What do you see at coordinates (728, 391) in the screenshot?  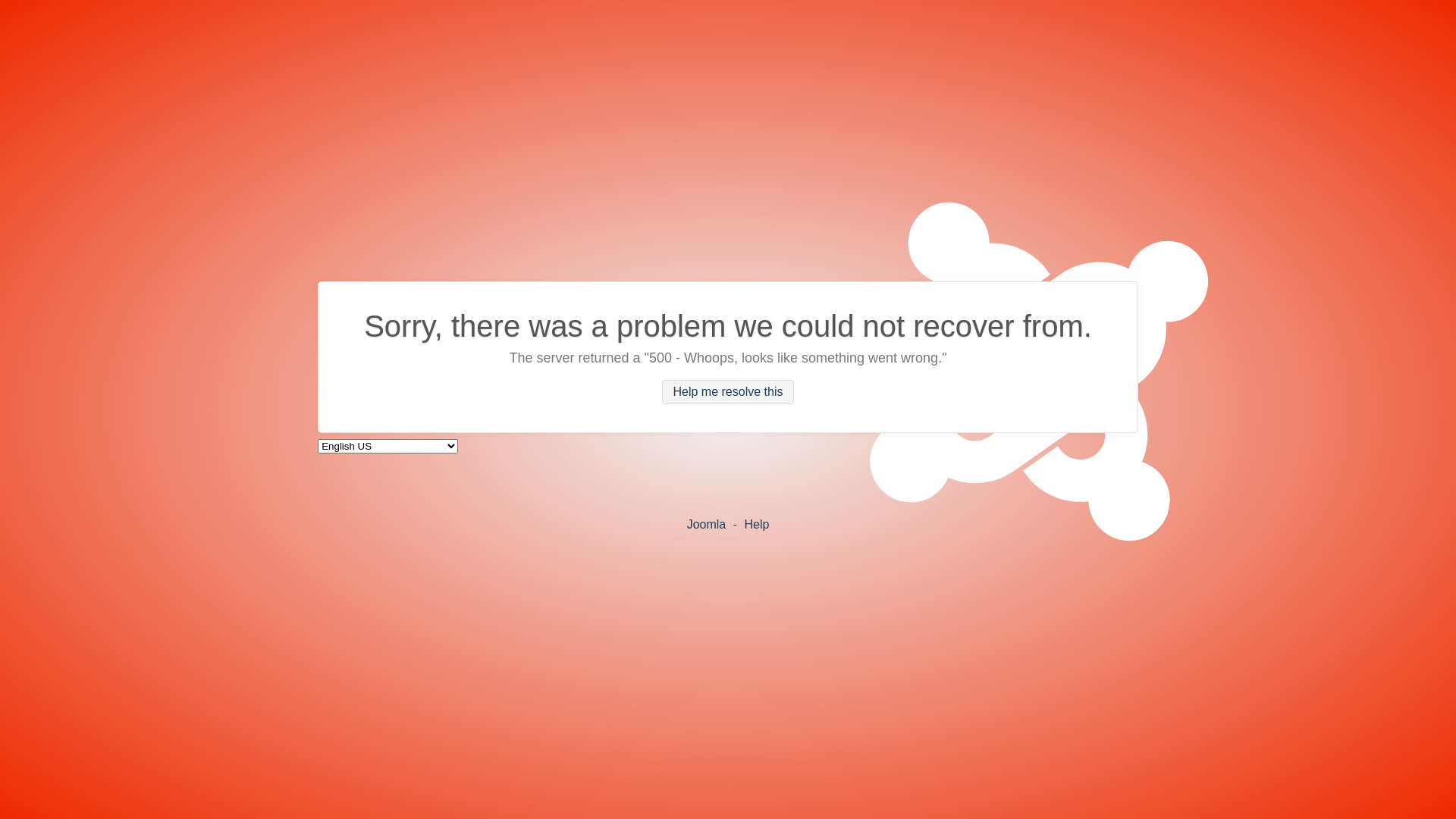 I see `'Help me resolve this'` at bounding box center [728, 391].